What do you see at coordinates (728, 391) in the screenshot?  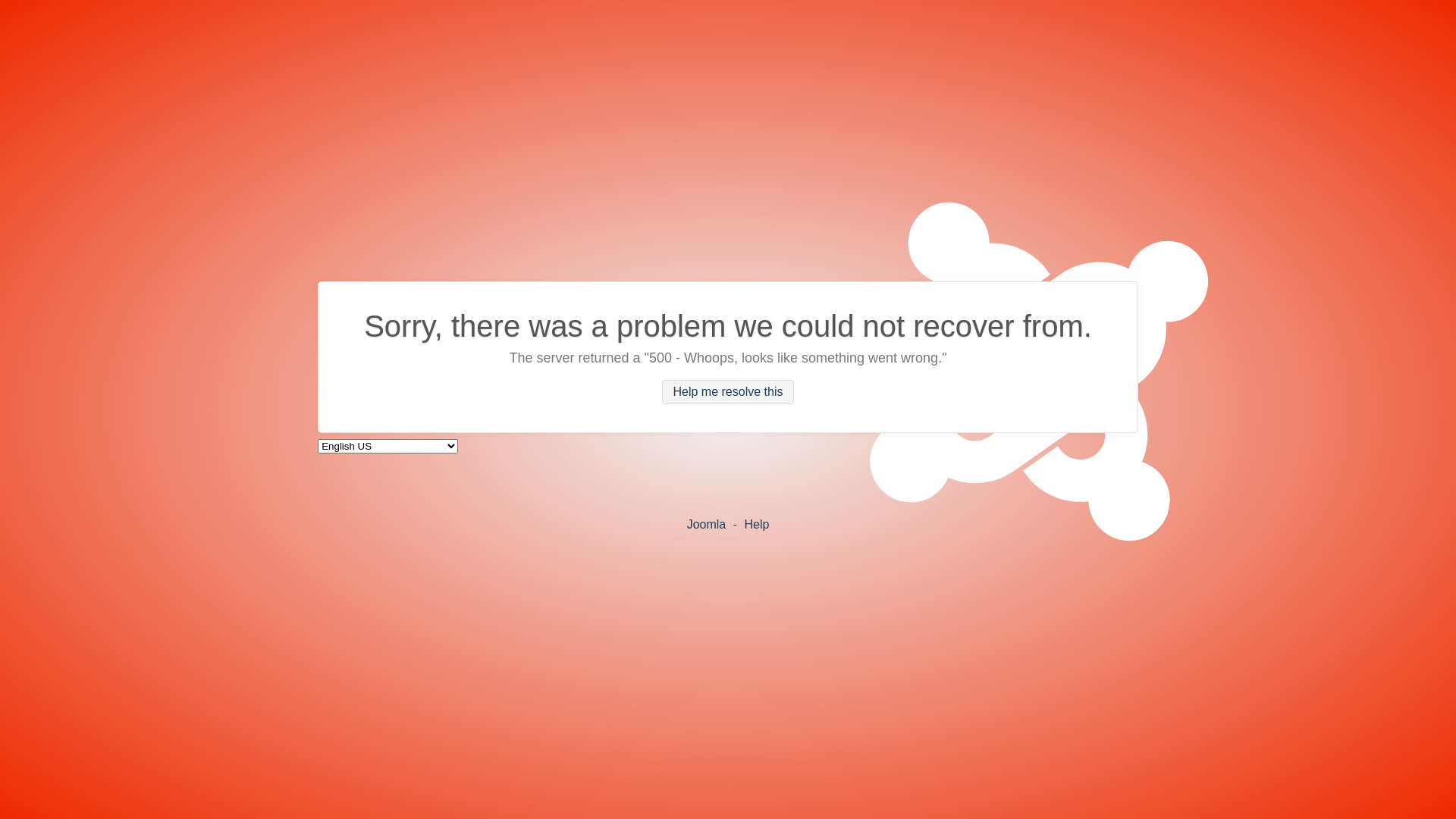 I see `'Help me resolve this'` at bounding box center [728, 391].